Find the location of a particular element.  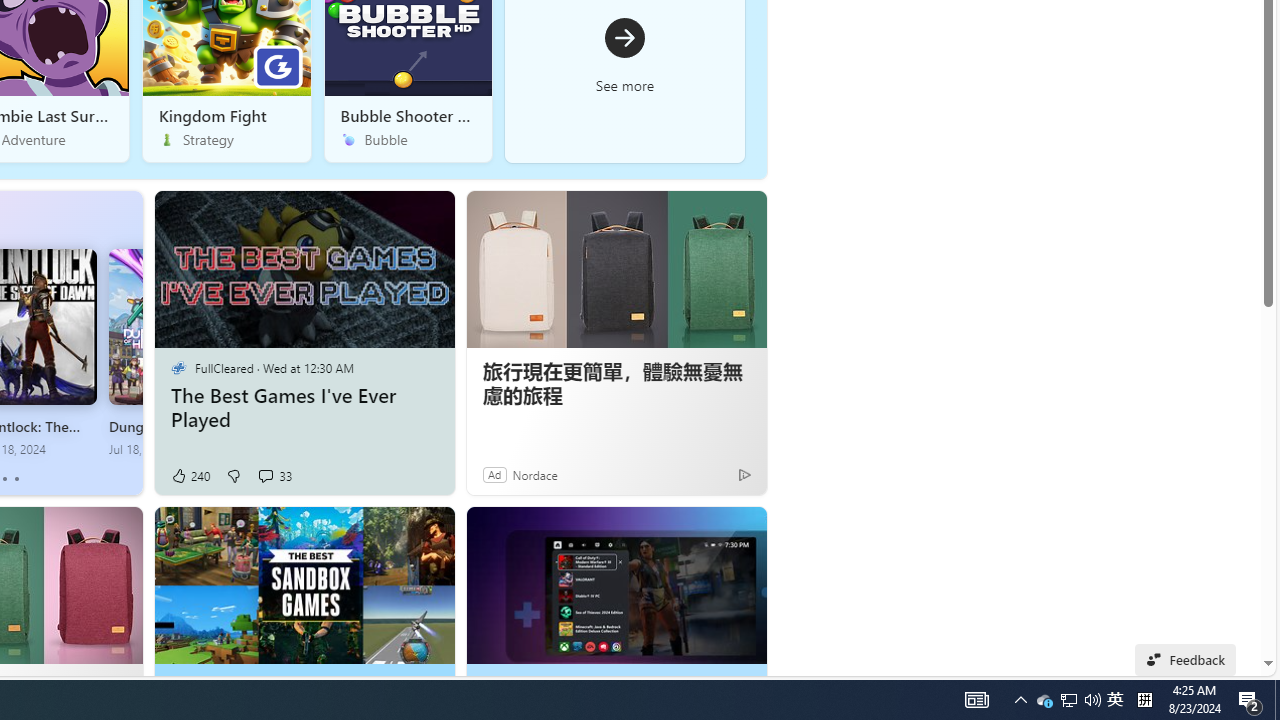

'Ad' is located at coordinates (494, 474).